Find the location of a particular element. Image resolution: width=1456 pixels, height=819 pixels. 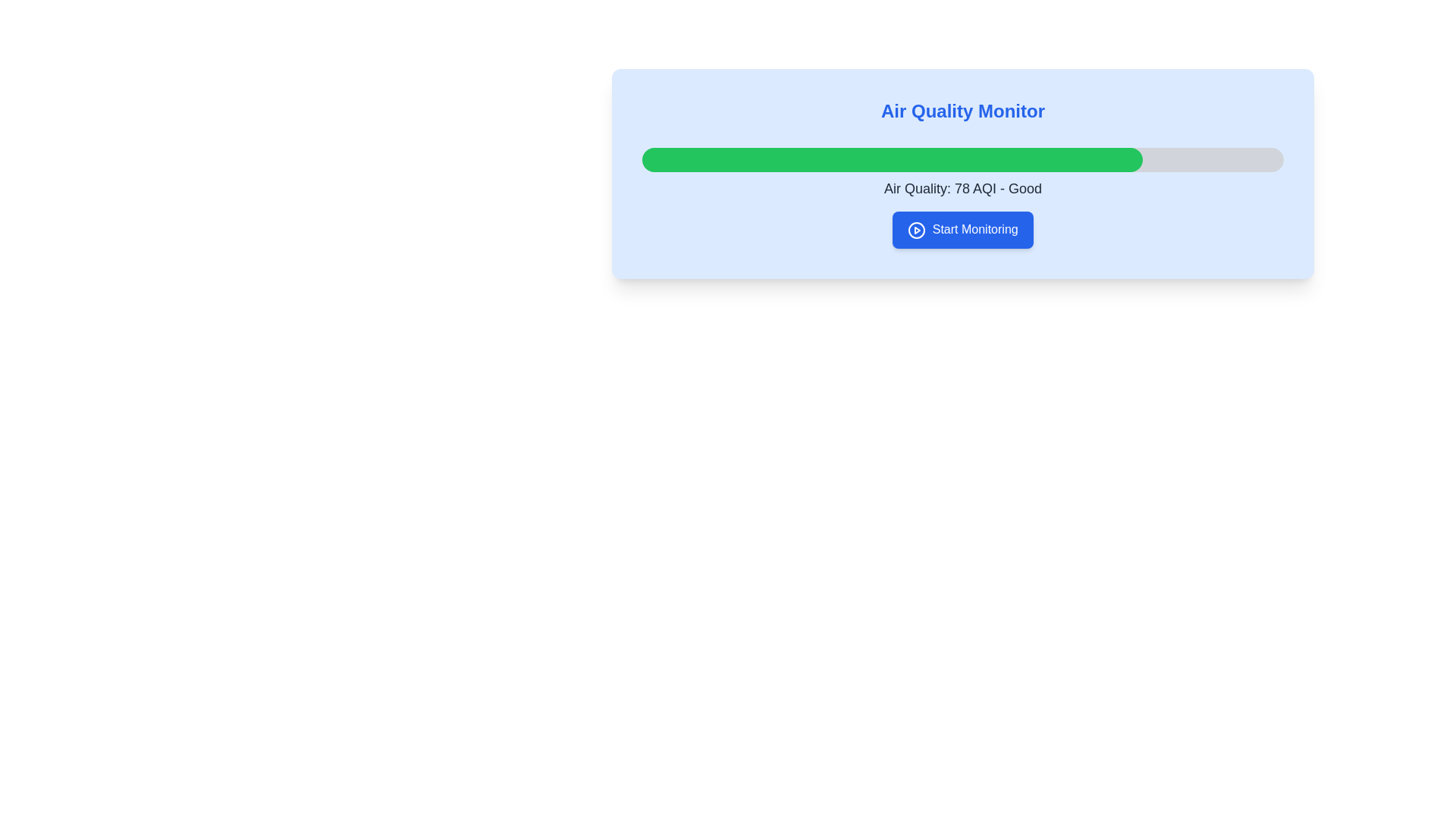

the interactive button located within the 'Air Quality Monitor' card, positioned below the text 'Air Quality: 78 AQI - Good' to activate visual effects is located at coordinates (962, 230).